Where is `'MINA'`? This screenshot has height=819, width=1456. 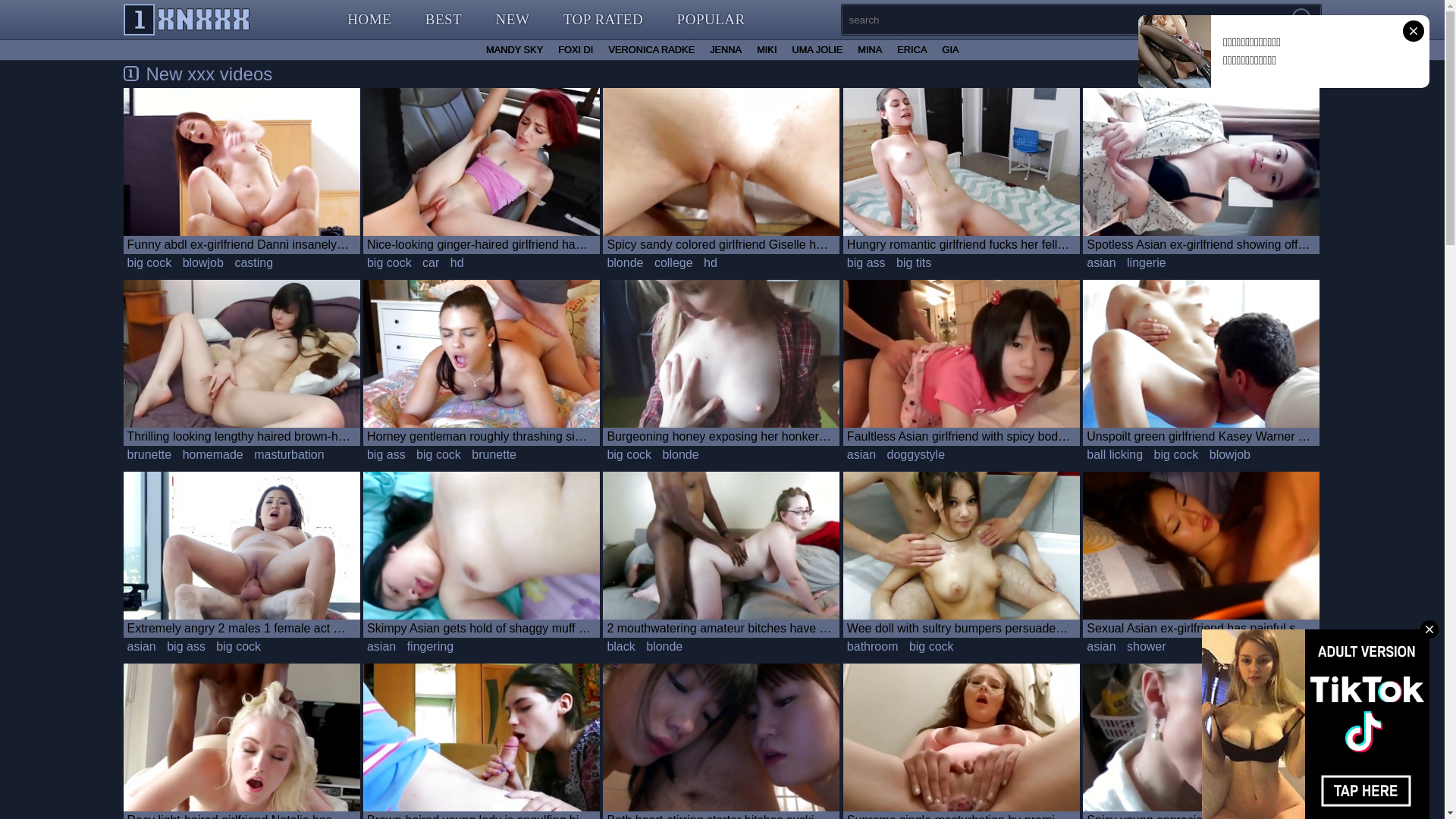
'MINA' is located at coordinates (870, 49).